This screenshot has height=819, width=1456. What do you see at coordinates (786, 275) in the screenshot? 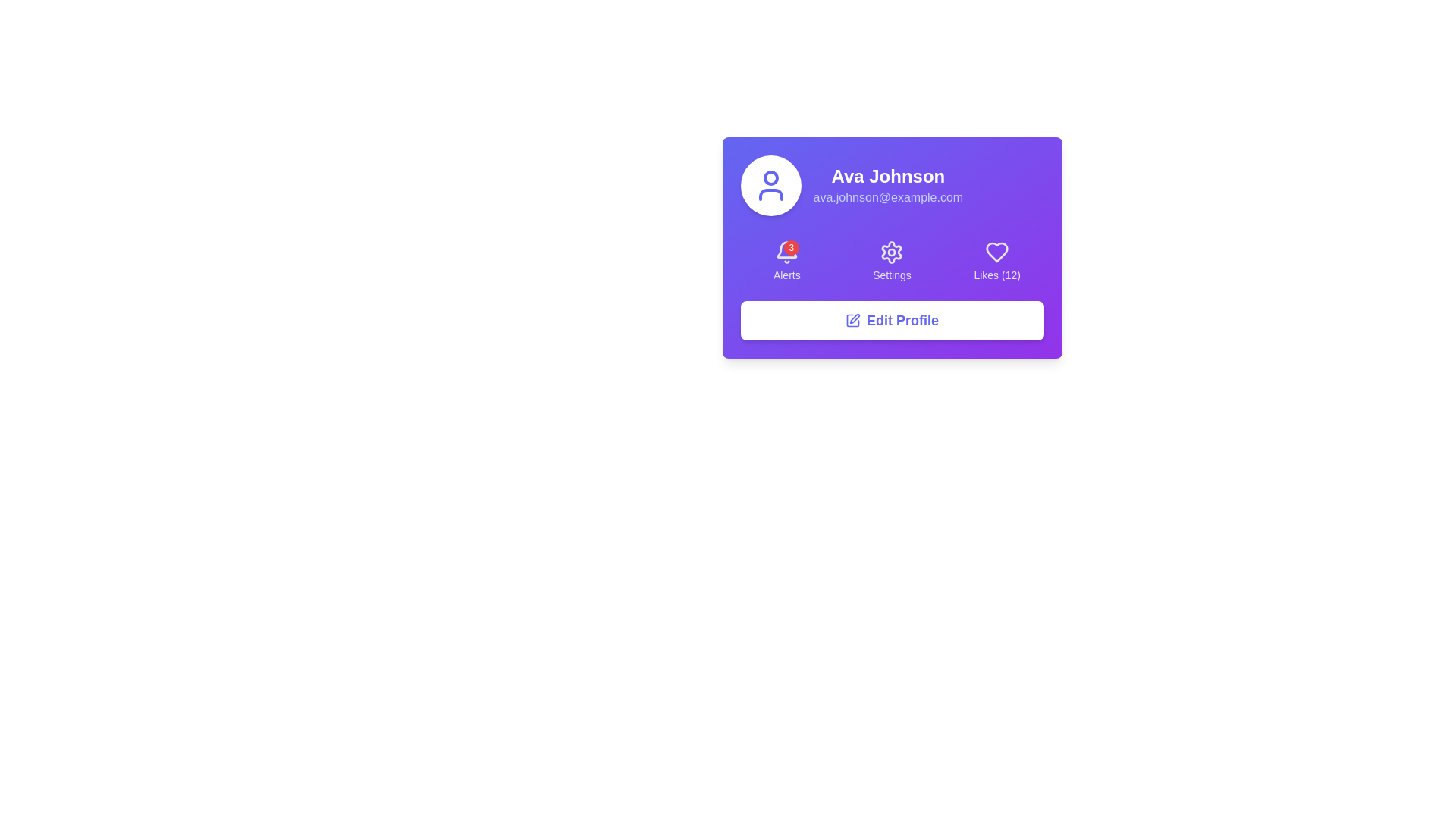
I see `the Text label that describes the notification feature associated with the bell icon, located at the bottom center of its group` at bounding box center [786, 275].